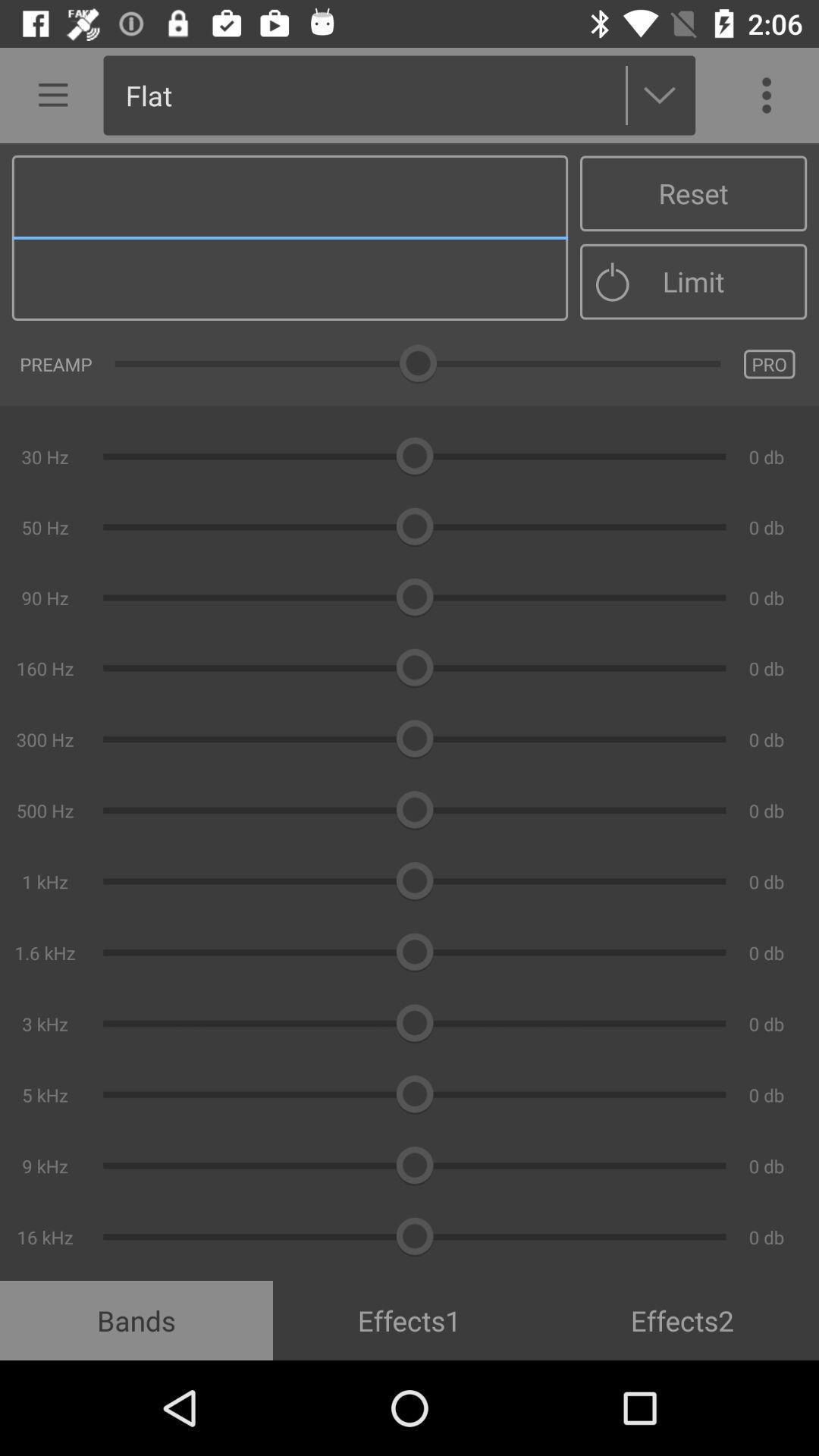  Describe the element at coordinates (46, 94) in the screenshot. I see `the icon to the left of the flat icon` at that location.